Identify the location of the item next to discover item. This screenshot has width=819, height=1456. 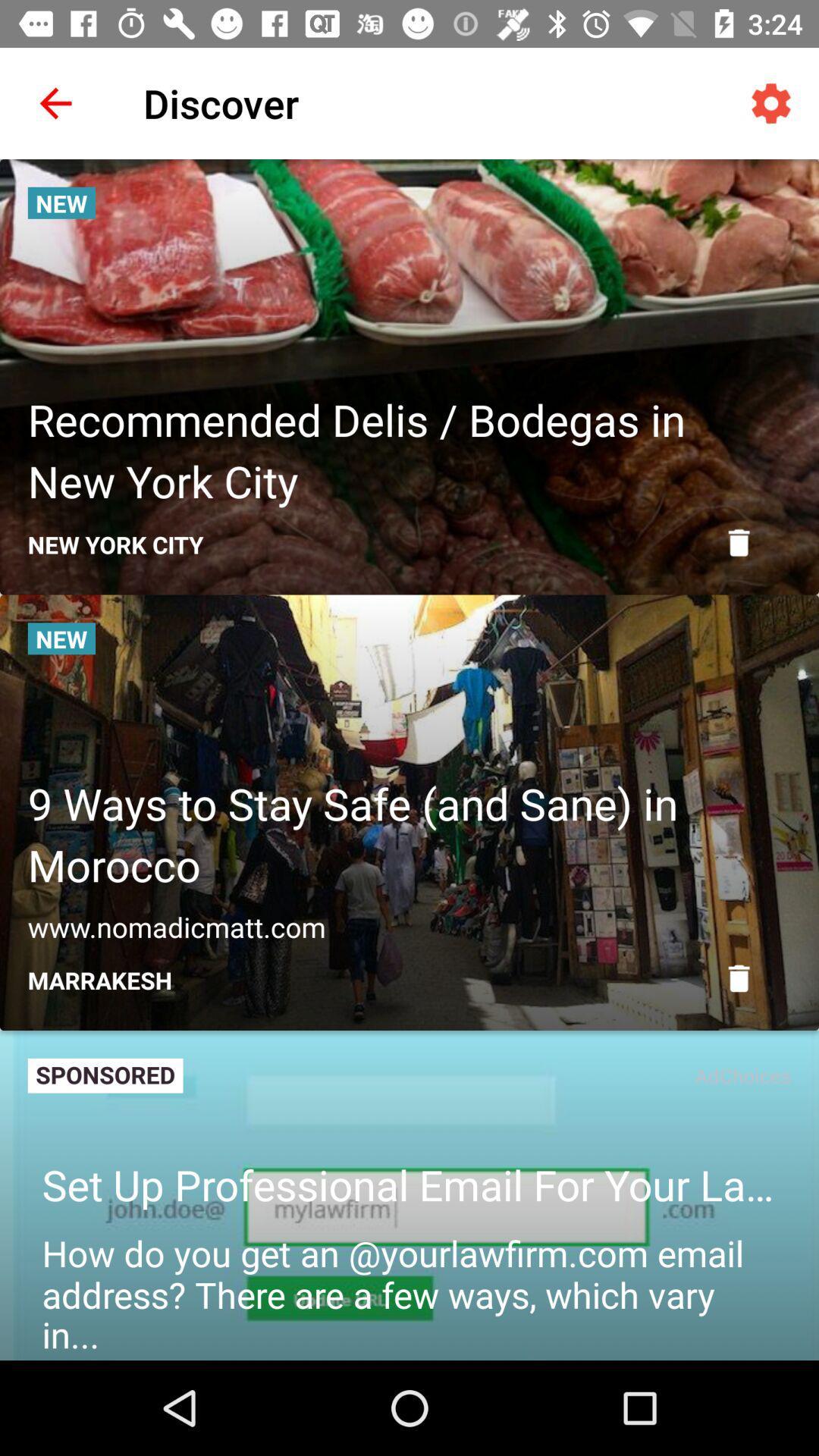
(55, 102).